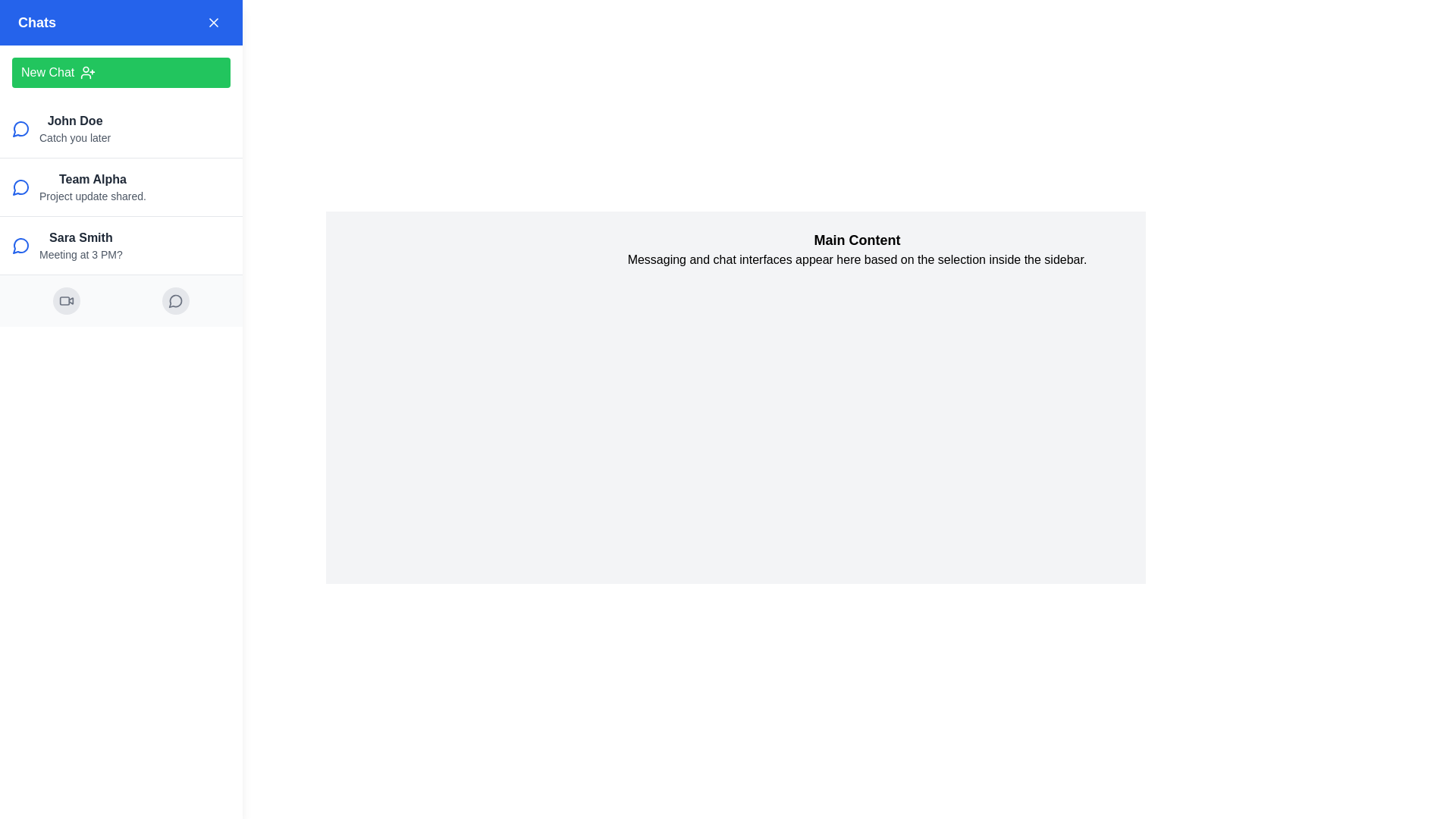  I want to click on the static text label that reads 'Meeting at 3 PM?' located below 'Sara Smith' in the chat item block, so click(80, 253).